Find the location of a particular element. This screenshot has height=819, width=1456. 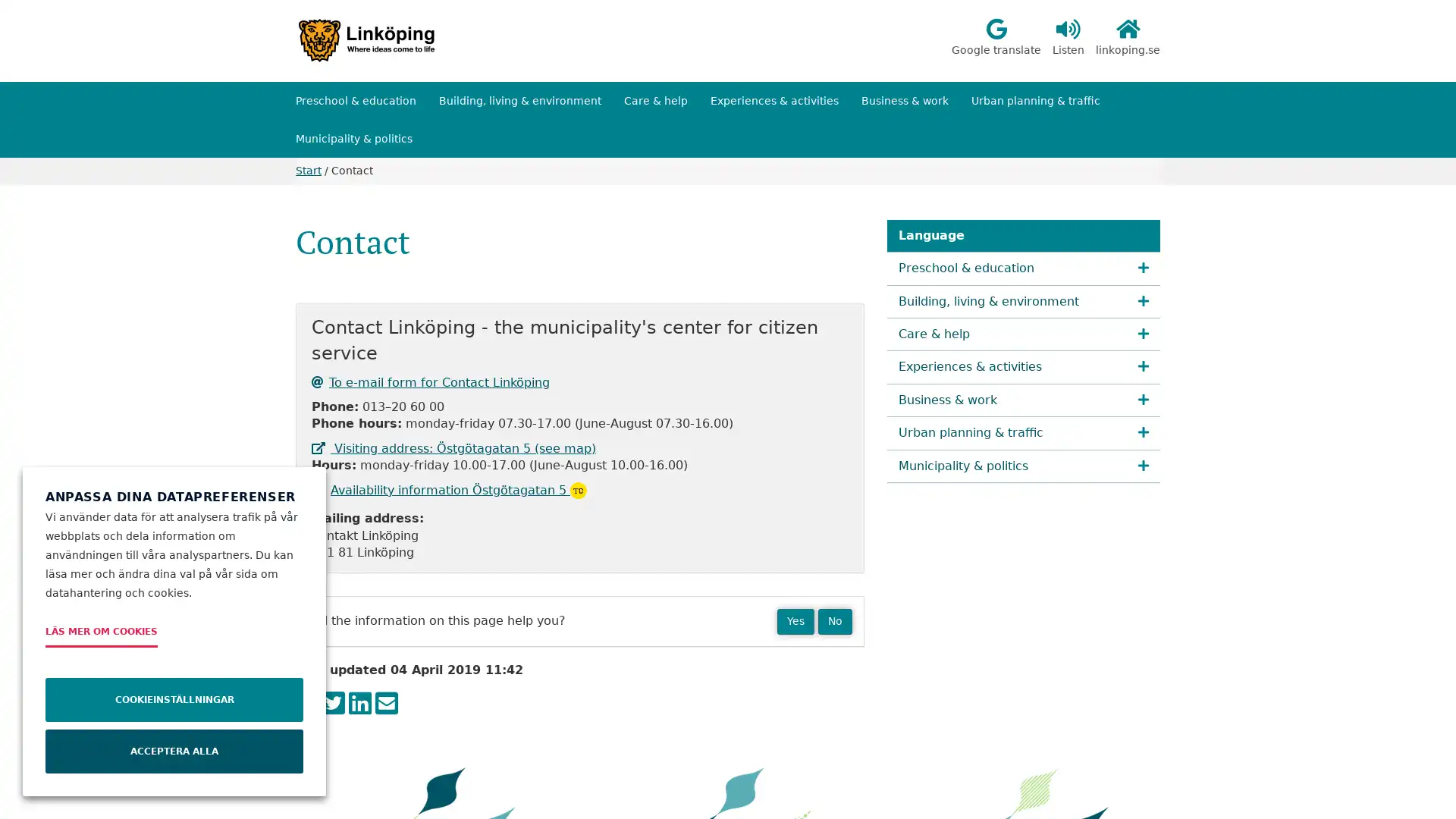

COOKIEINSTALLNINGAR is located at coordinates (174, 699).